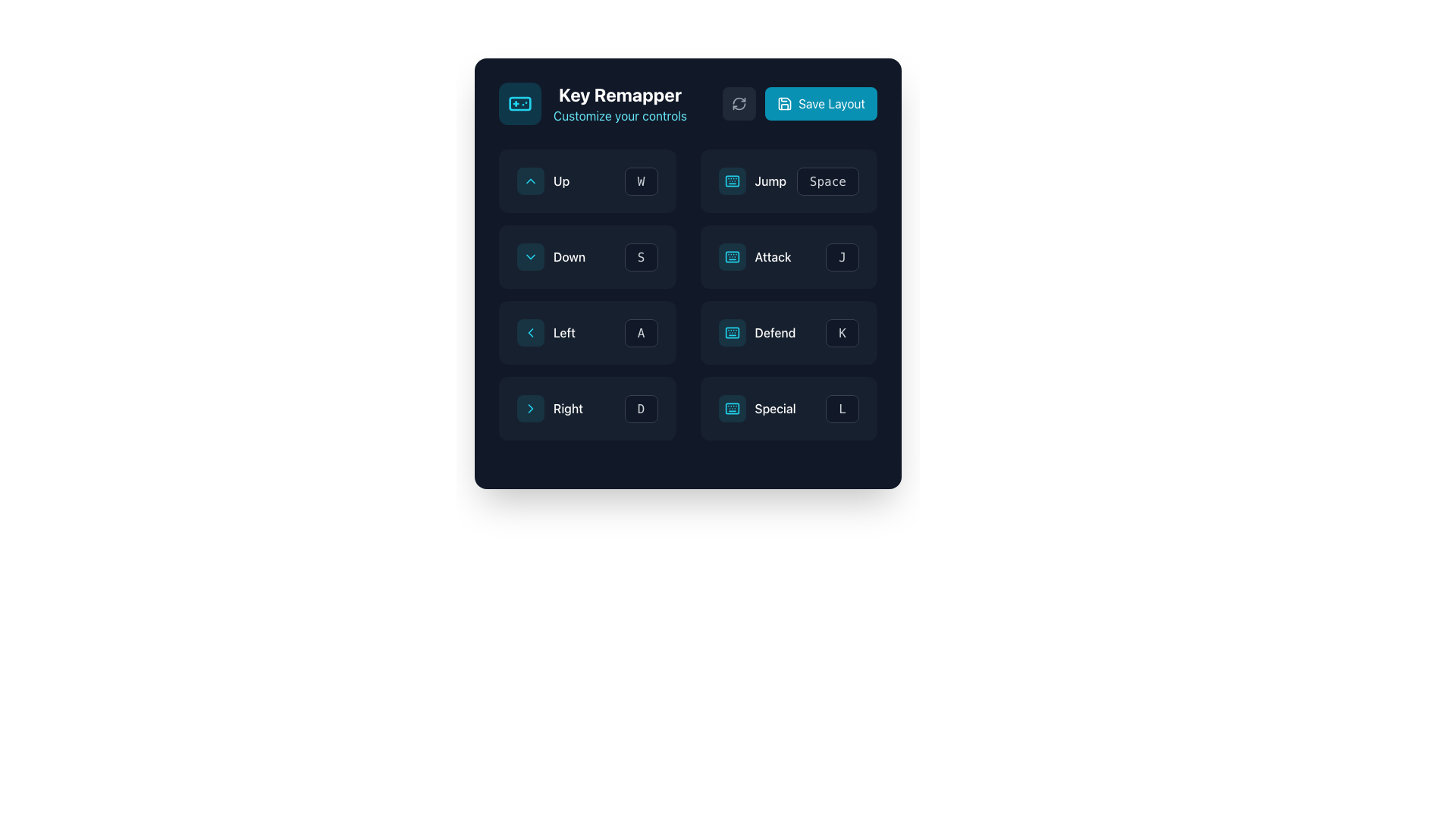  I want to click on the icon button located, so click(732, 408).